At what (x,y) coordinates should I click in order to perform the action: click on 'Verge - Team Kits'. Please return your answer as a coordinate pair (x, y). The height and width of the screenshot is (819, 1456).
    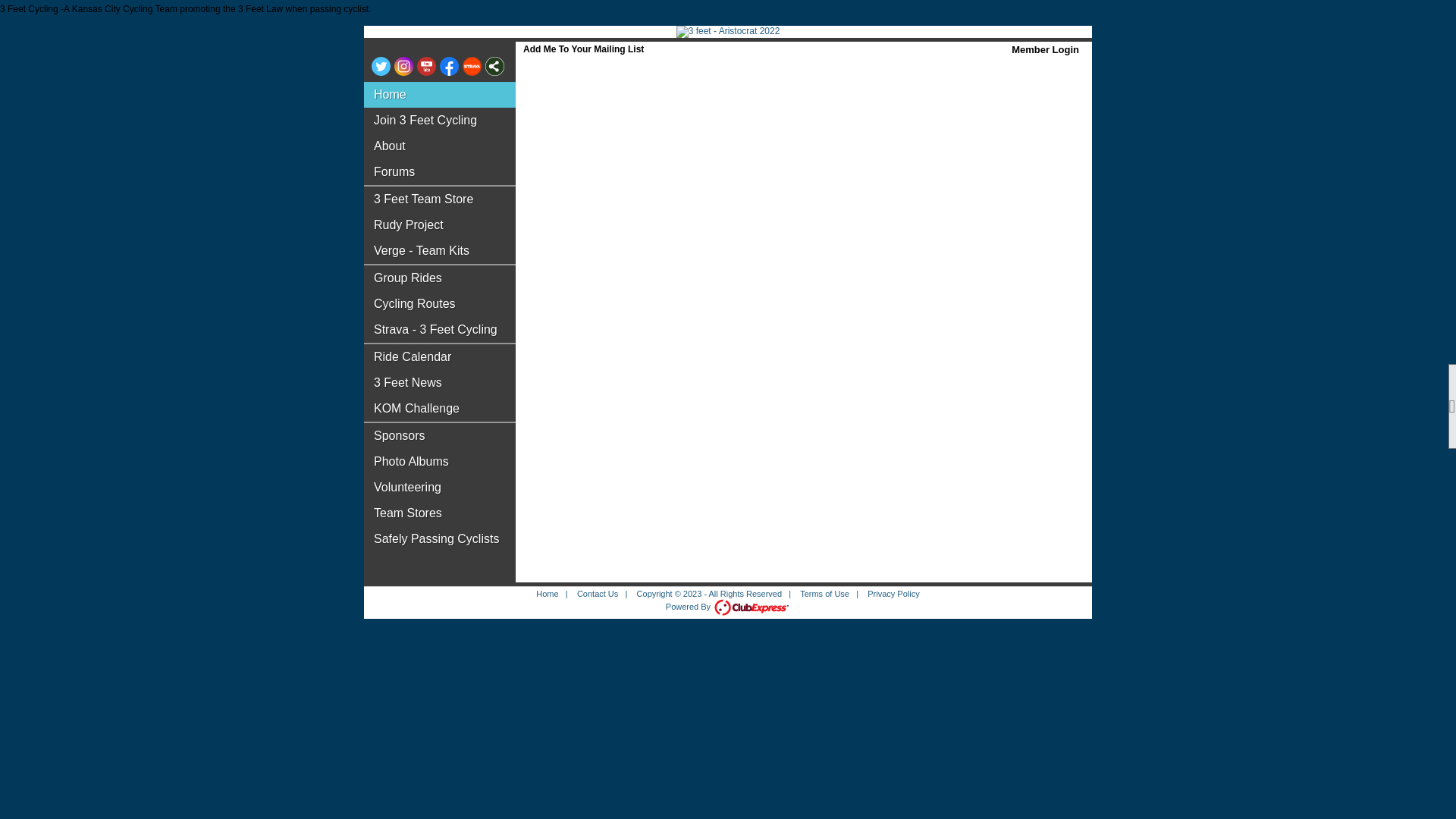
    Looking at the image, I should click on (366, 250).